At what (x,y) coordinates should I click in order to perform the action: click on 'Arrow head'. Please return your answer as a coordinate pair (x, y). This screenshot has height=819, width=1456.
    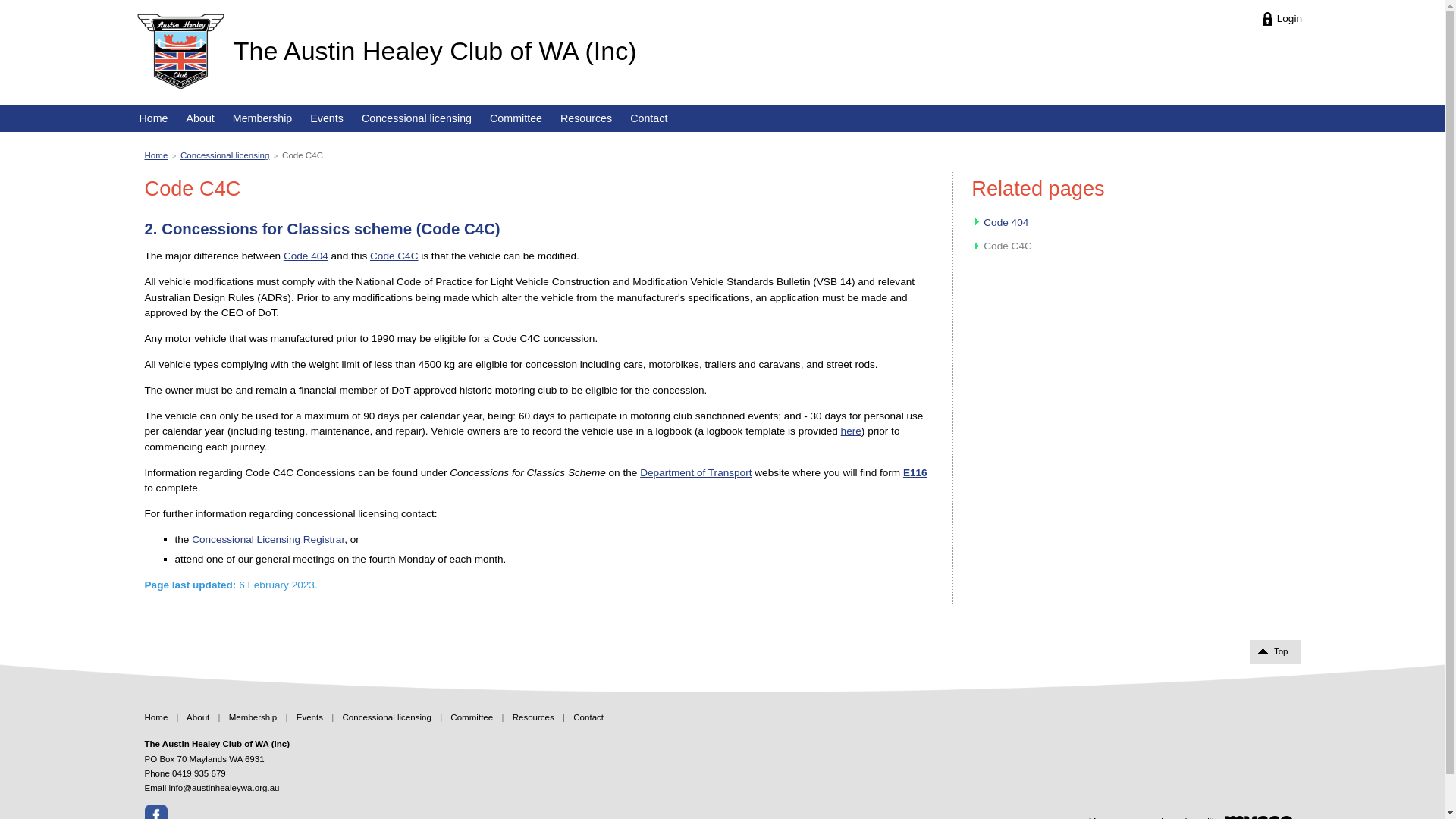
    Looking at the image, I should click on (979, 246).